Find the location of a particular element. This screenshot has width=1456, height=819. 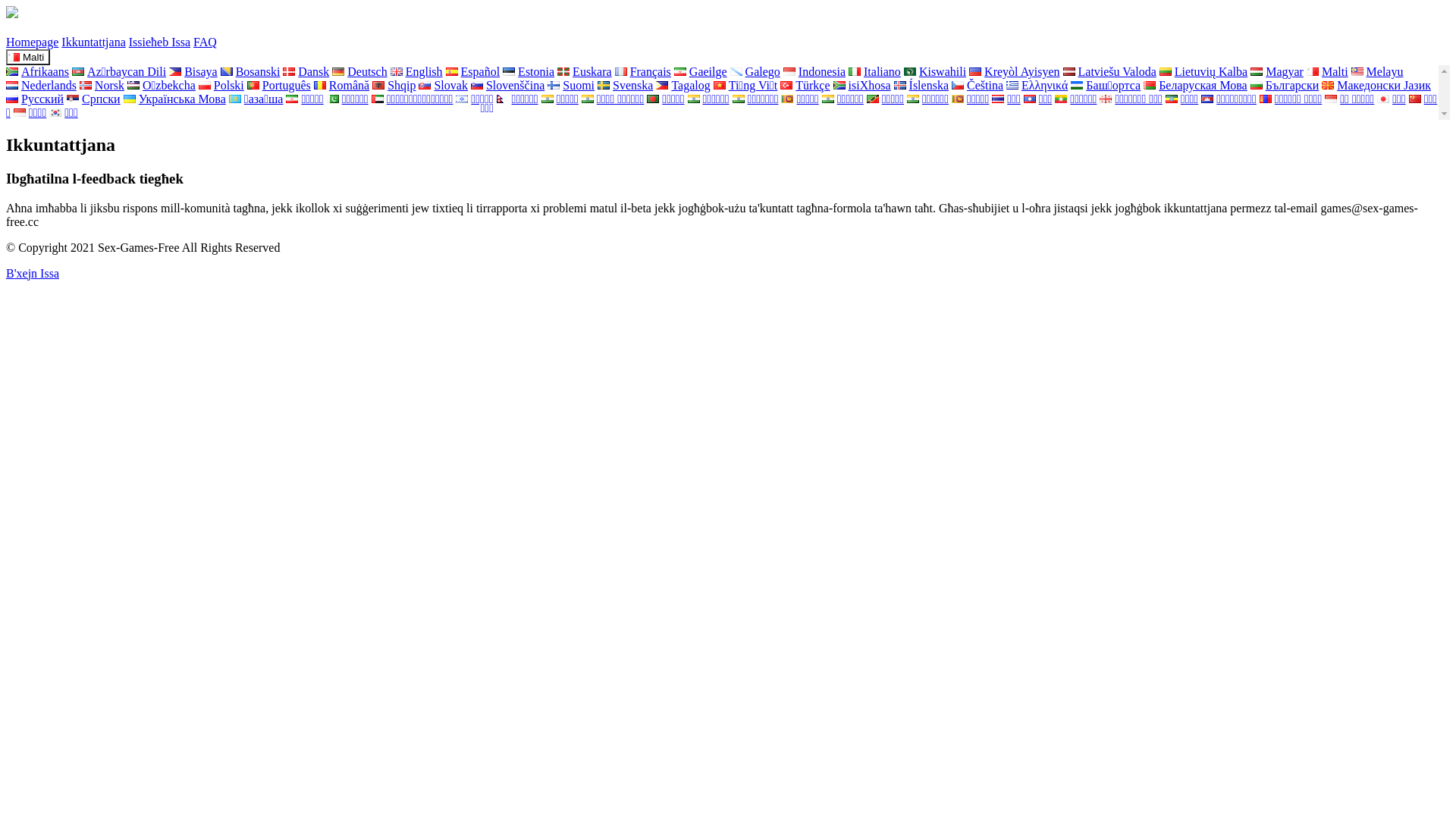

'Dansk' is located at coordinates (305, 71).